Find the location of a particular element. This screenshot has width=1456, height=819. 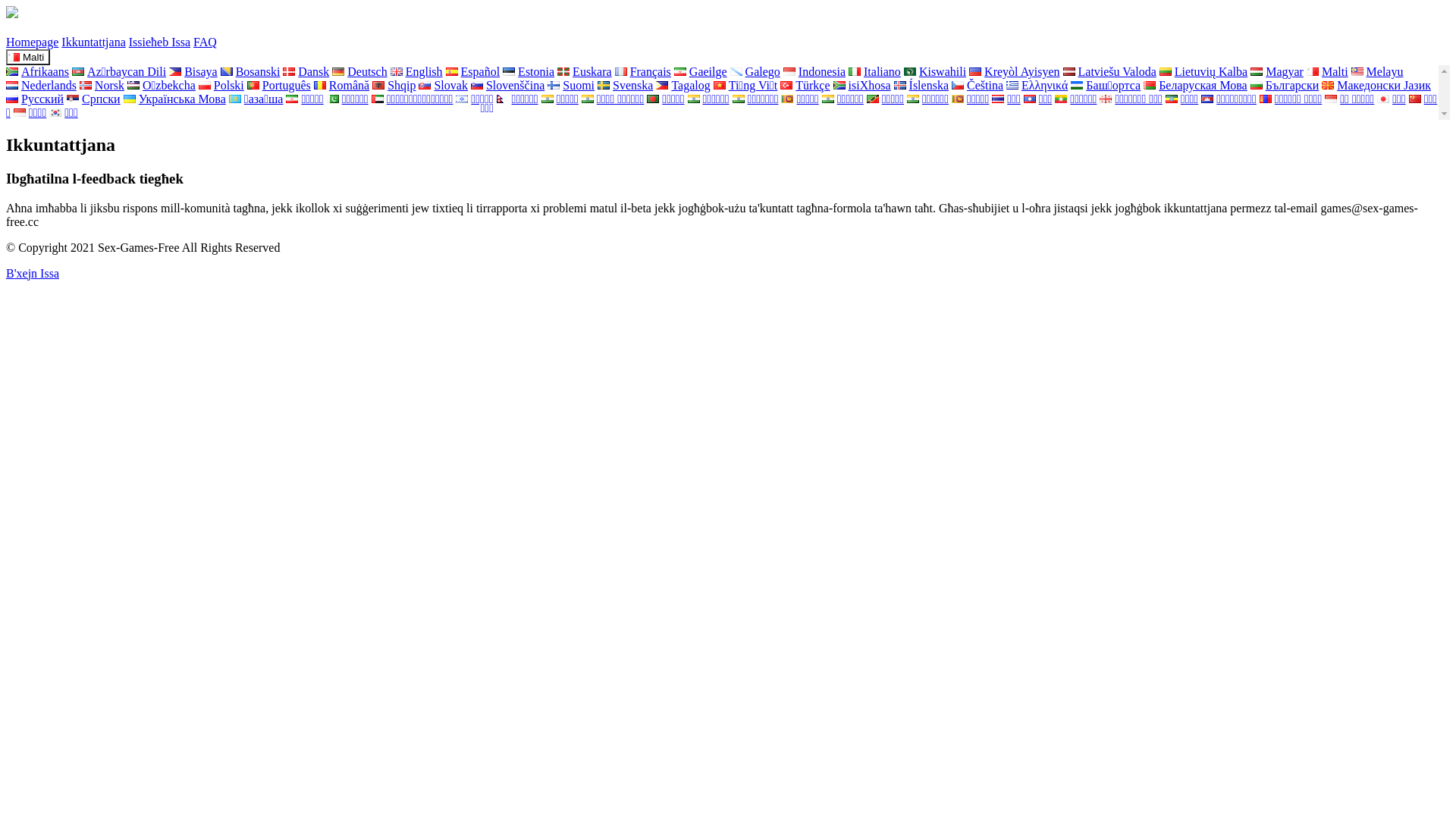

'Dansk' is located at coordinates (305, 71).